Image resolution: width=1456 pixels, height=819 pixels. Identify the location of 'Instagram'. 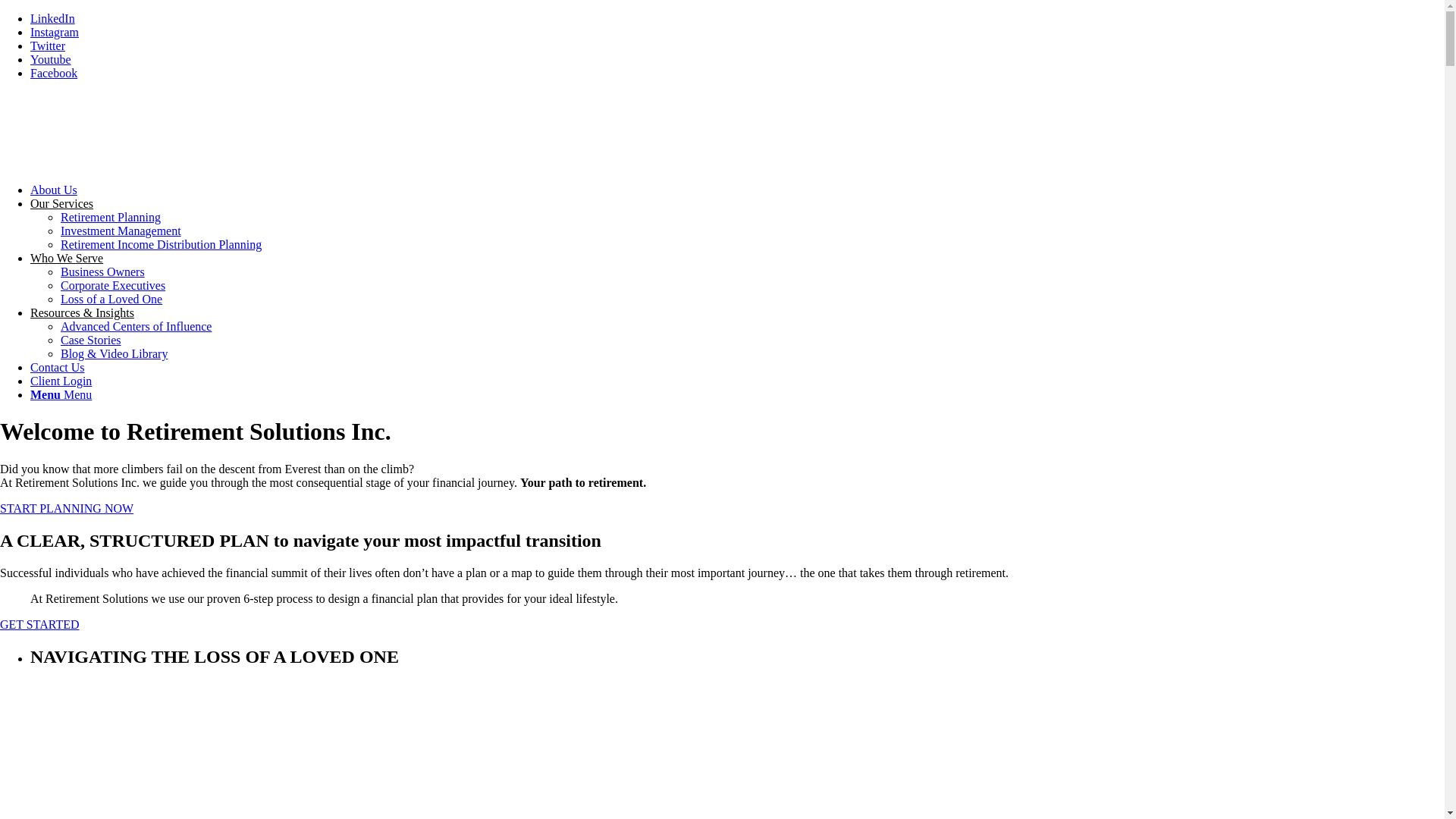
(55, 32).